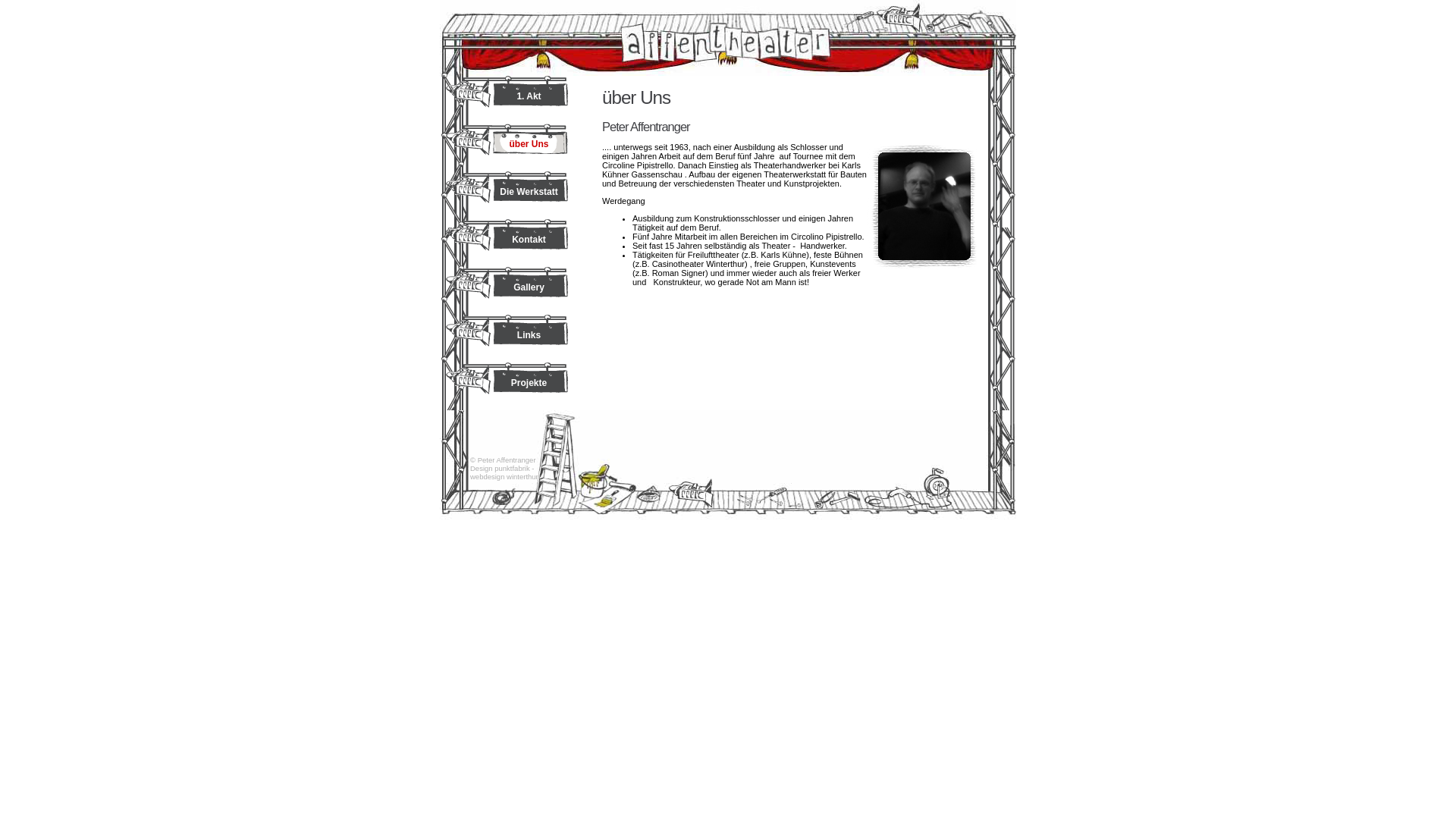  I want to click on 'punktfabrik - webdesign winterthur', so click(469, 472).